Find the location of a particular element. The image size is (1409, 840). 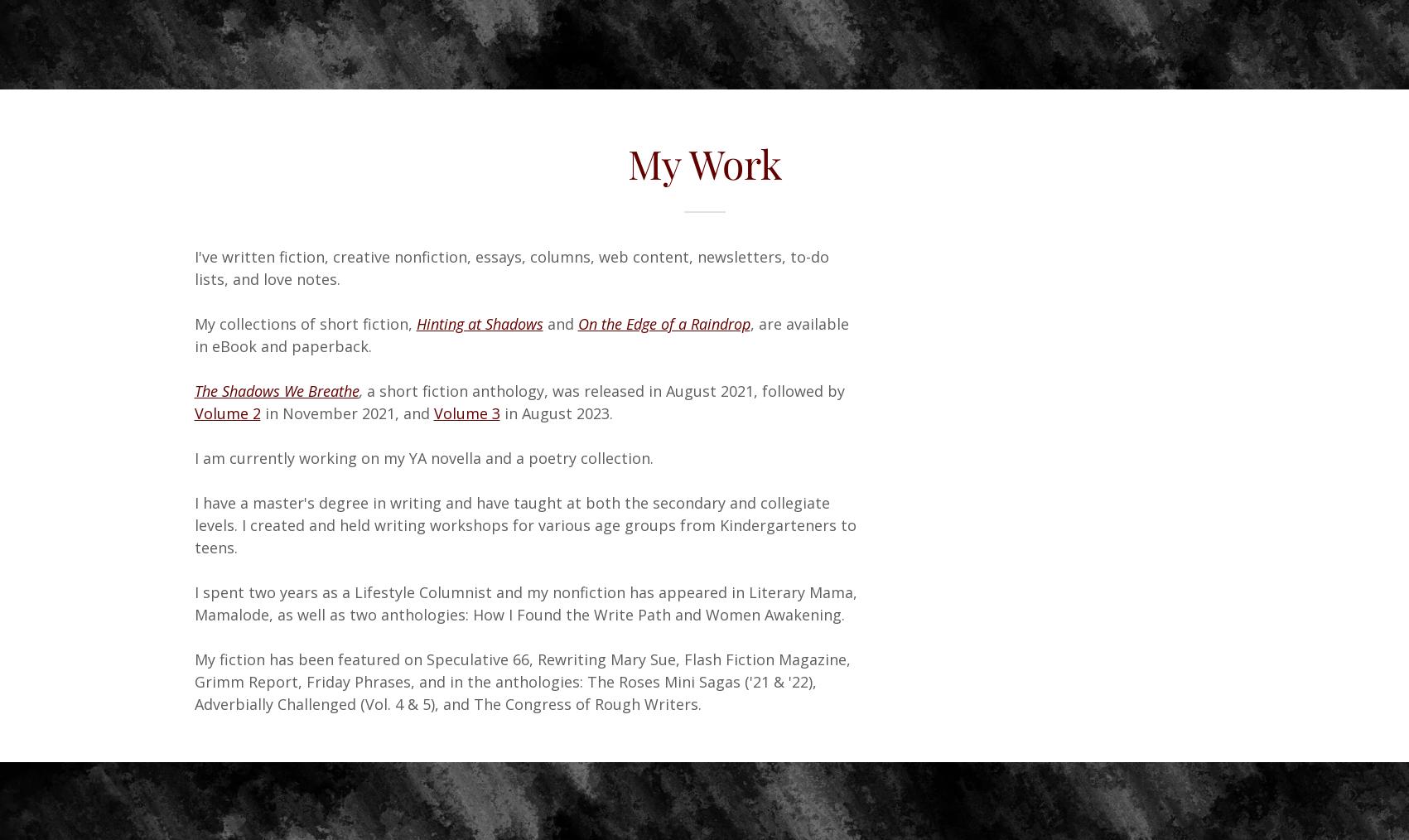

'My fiction has been featured on Speculative 66, Rewriting Mary Sue, Flash Fiction Magazine, Grimm Report, Friday Phrases, and in the anthologies:' is located at coordinates (193, 669).